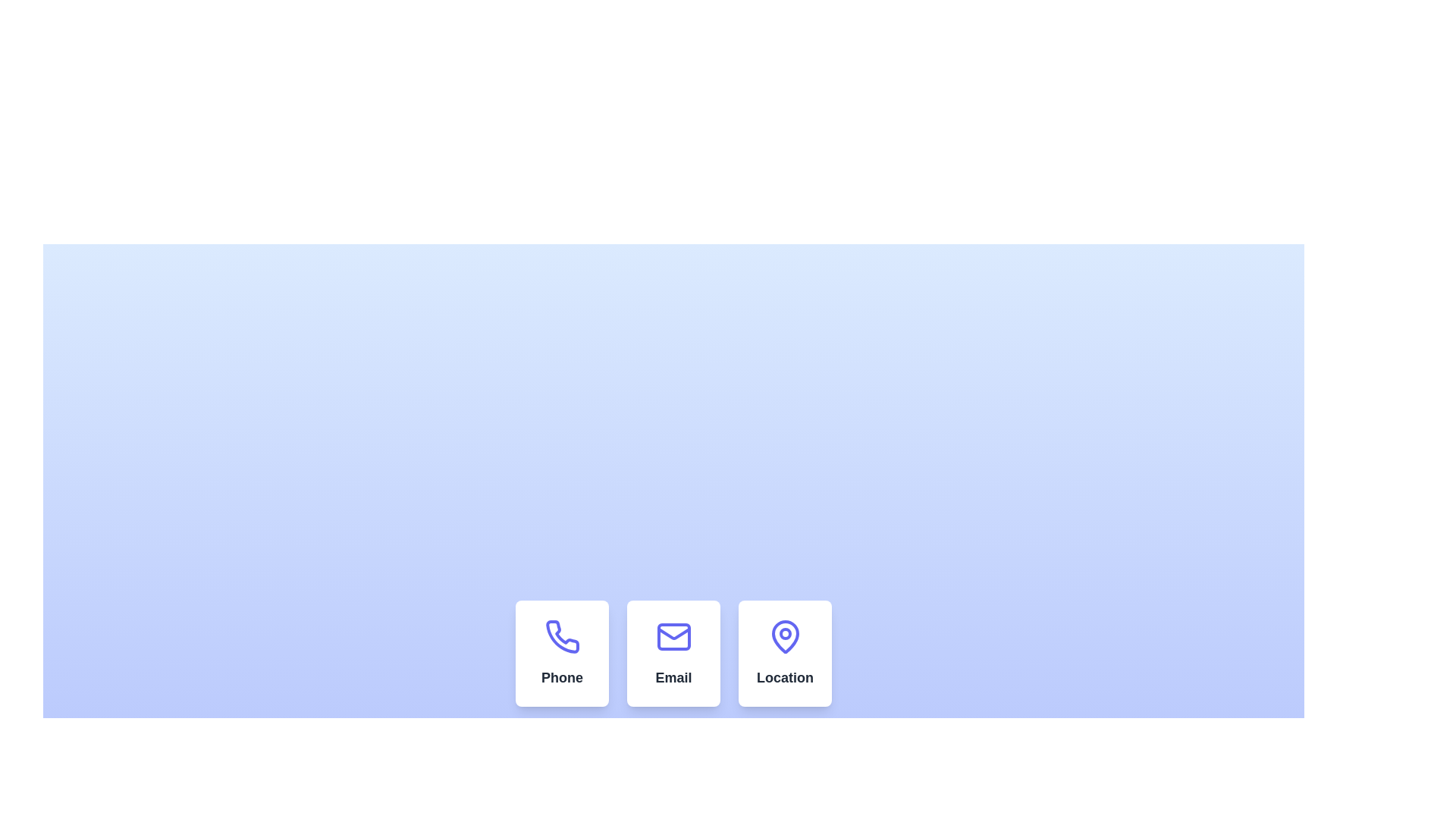  I want to click on the Decorative Rectangle element, which is a purple rounded rectangle inside the envelope icon above the 'Email' label in the card layout, so click(673, 637).